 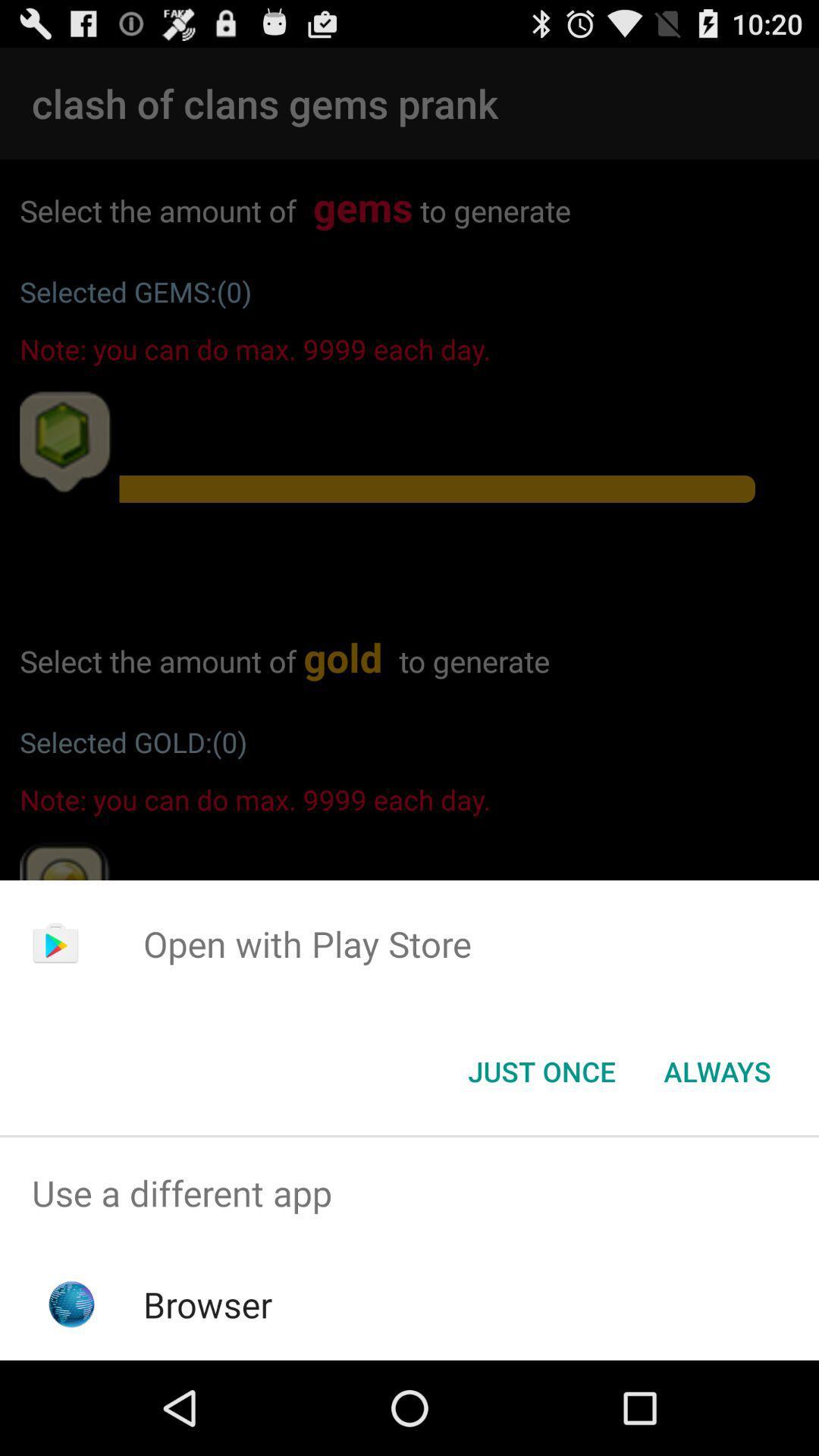 I want to click on the use a different app, so click(x=409, y=1192).